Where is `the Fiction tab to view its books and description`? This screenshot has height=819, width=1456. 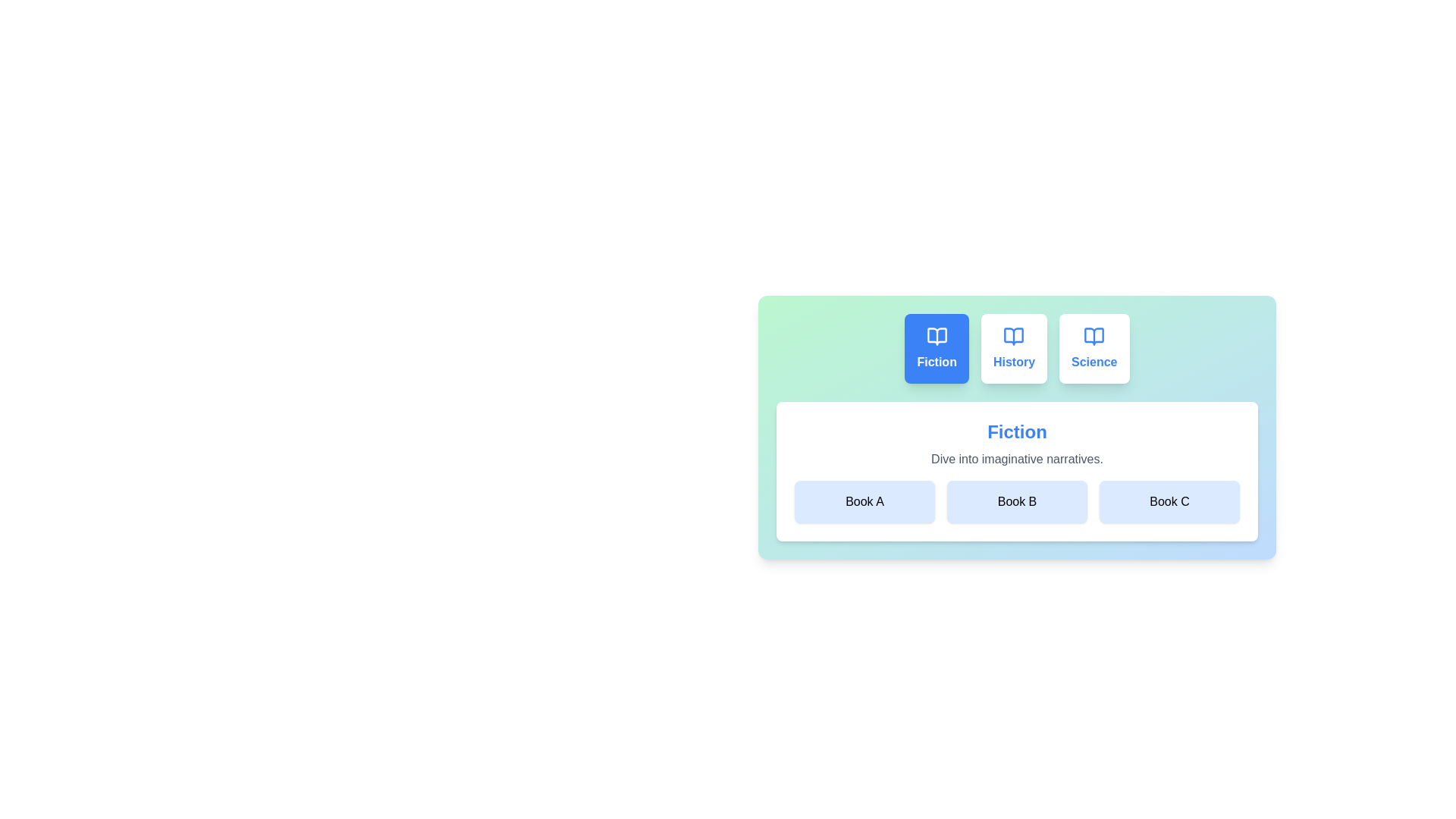 the Fiction tab to view its books and description is located at coordinates (936, 348).